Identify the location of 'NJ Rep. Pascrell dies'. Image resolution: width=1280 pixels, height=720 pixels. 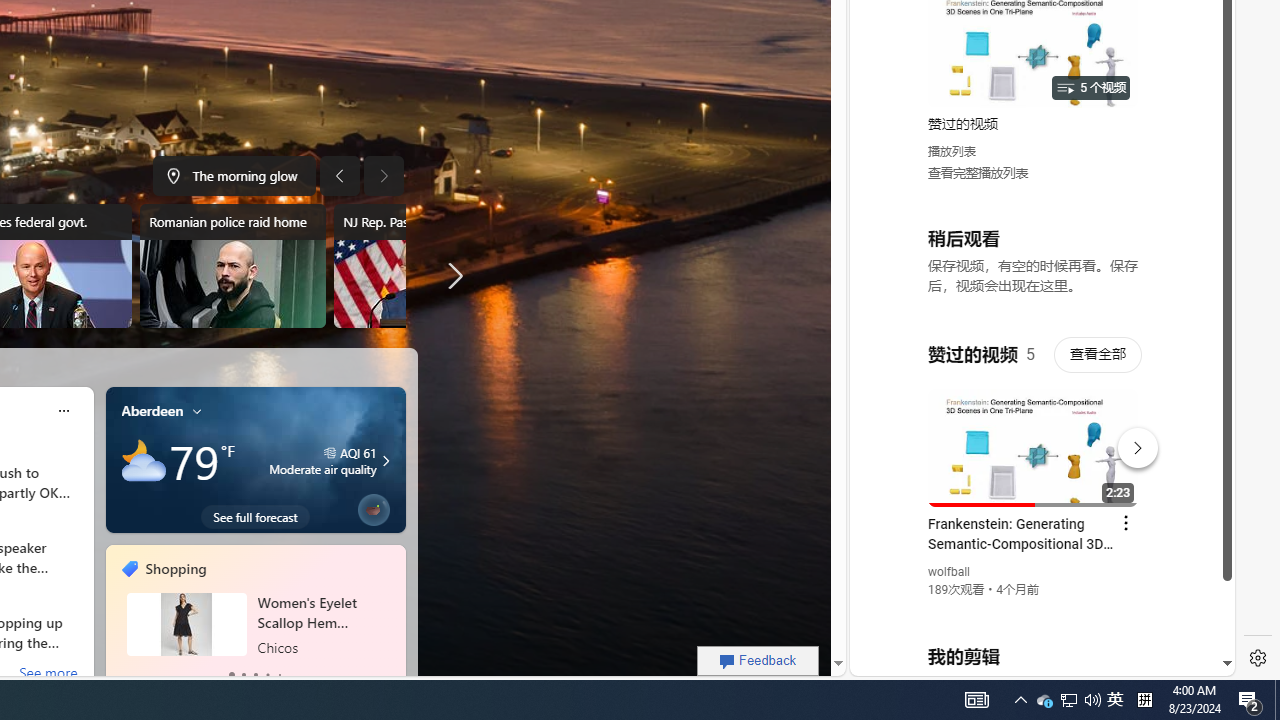
(425, 265).